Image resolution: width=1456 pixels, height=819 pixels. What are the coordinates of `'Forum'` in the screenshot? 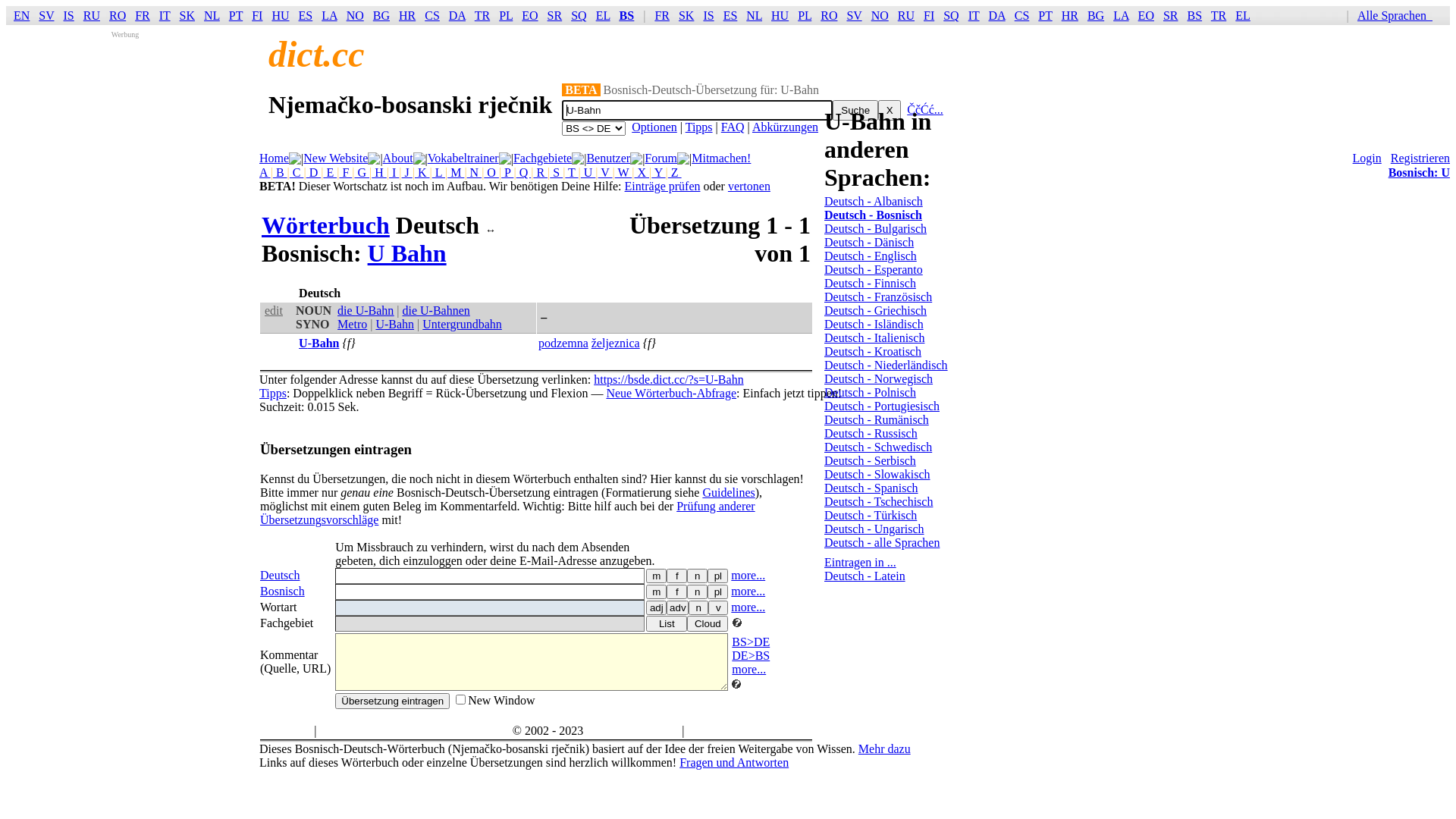 It's located at (661, 158).